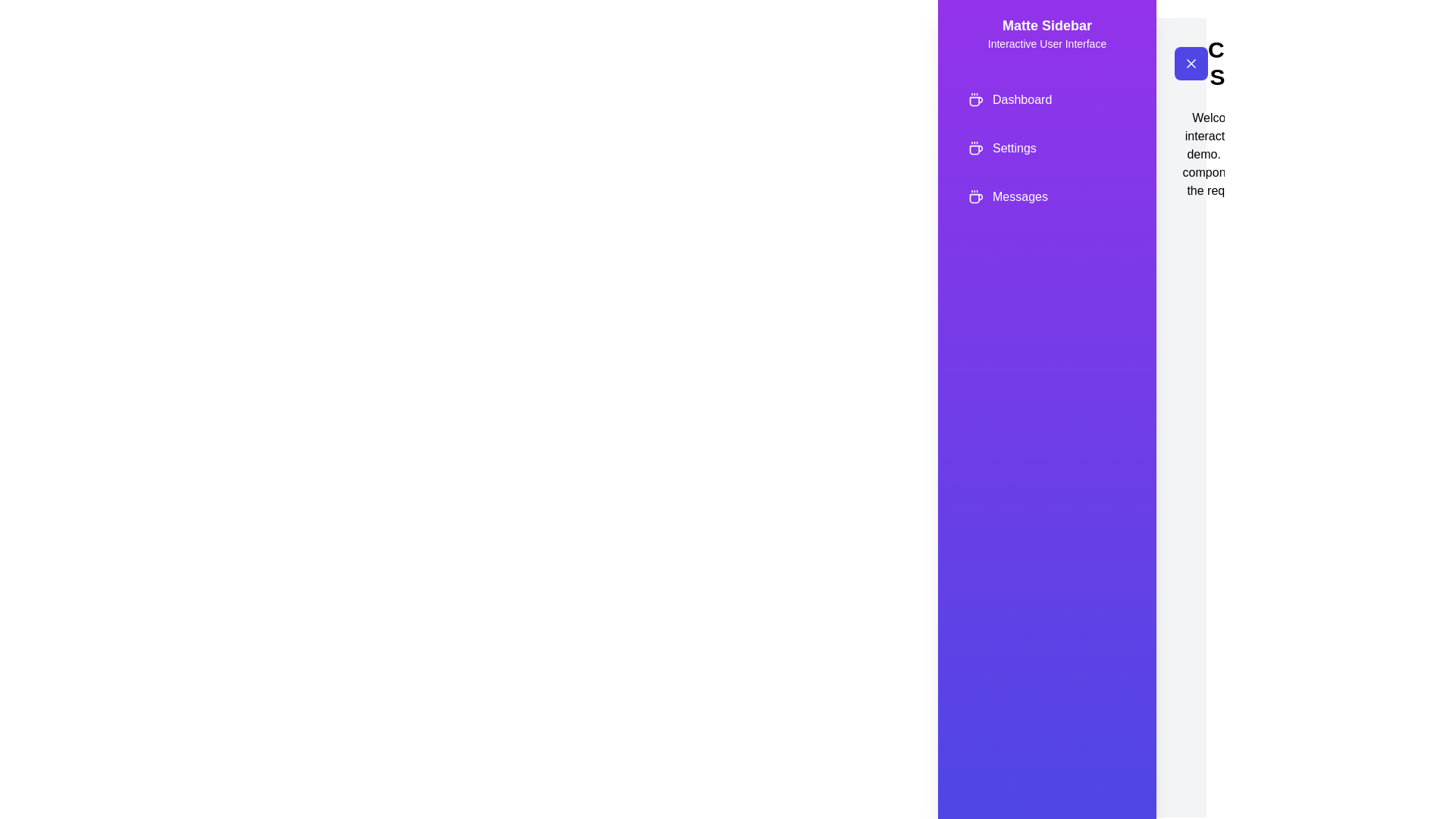  Describe the element at coordinates (975, 99) in the screenshot. I see `the coffee cup icon on the left sidebar, positioned above the 'Settings' and 'Messages' icons` at that location.